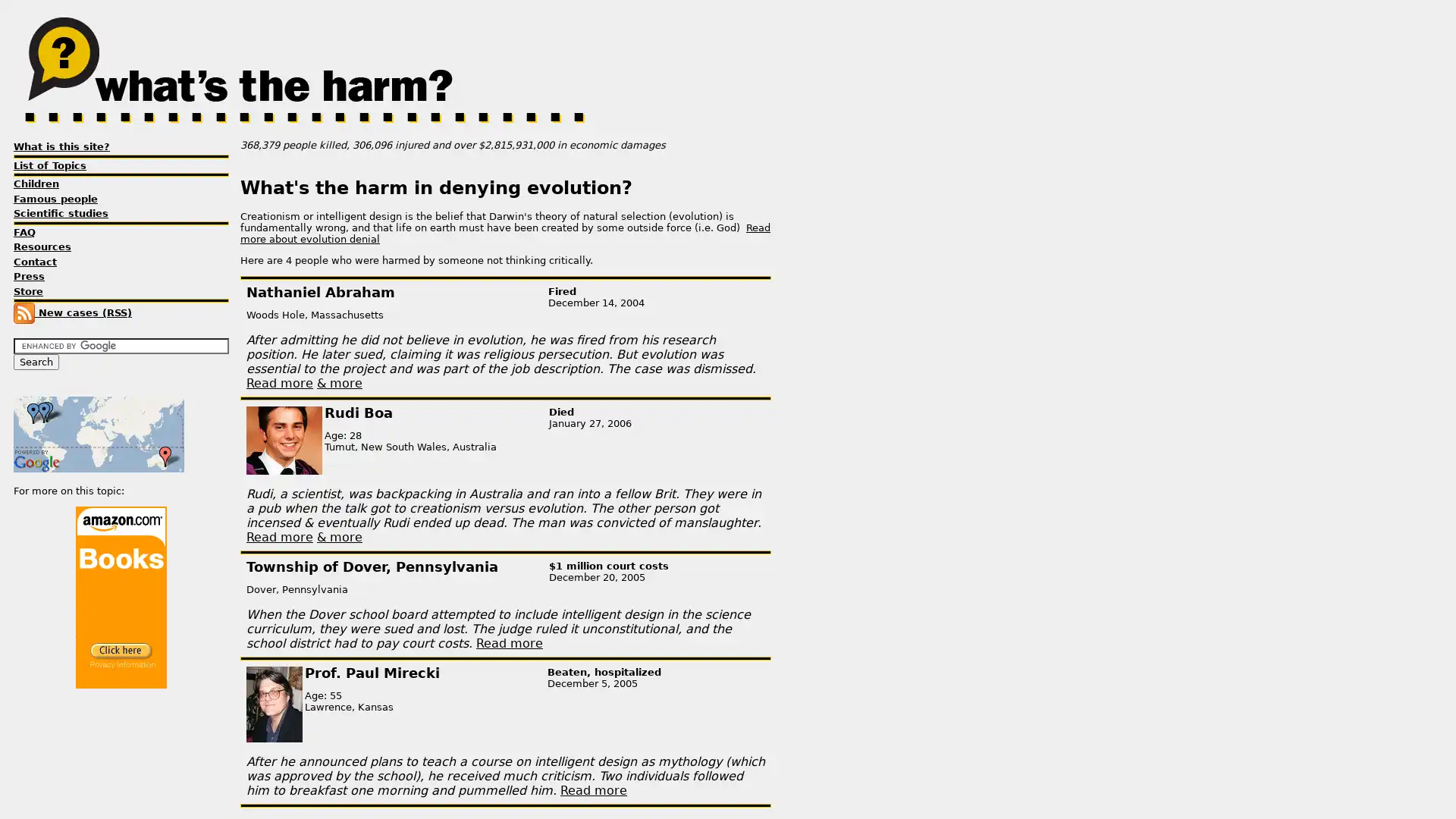 Image resolution: width=1456 pixels, height=819 pixels. Describe the element at coordinates (36, 362) in the screenshot. I see `Search` at that location.